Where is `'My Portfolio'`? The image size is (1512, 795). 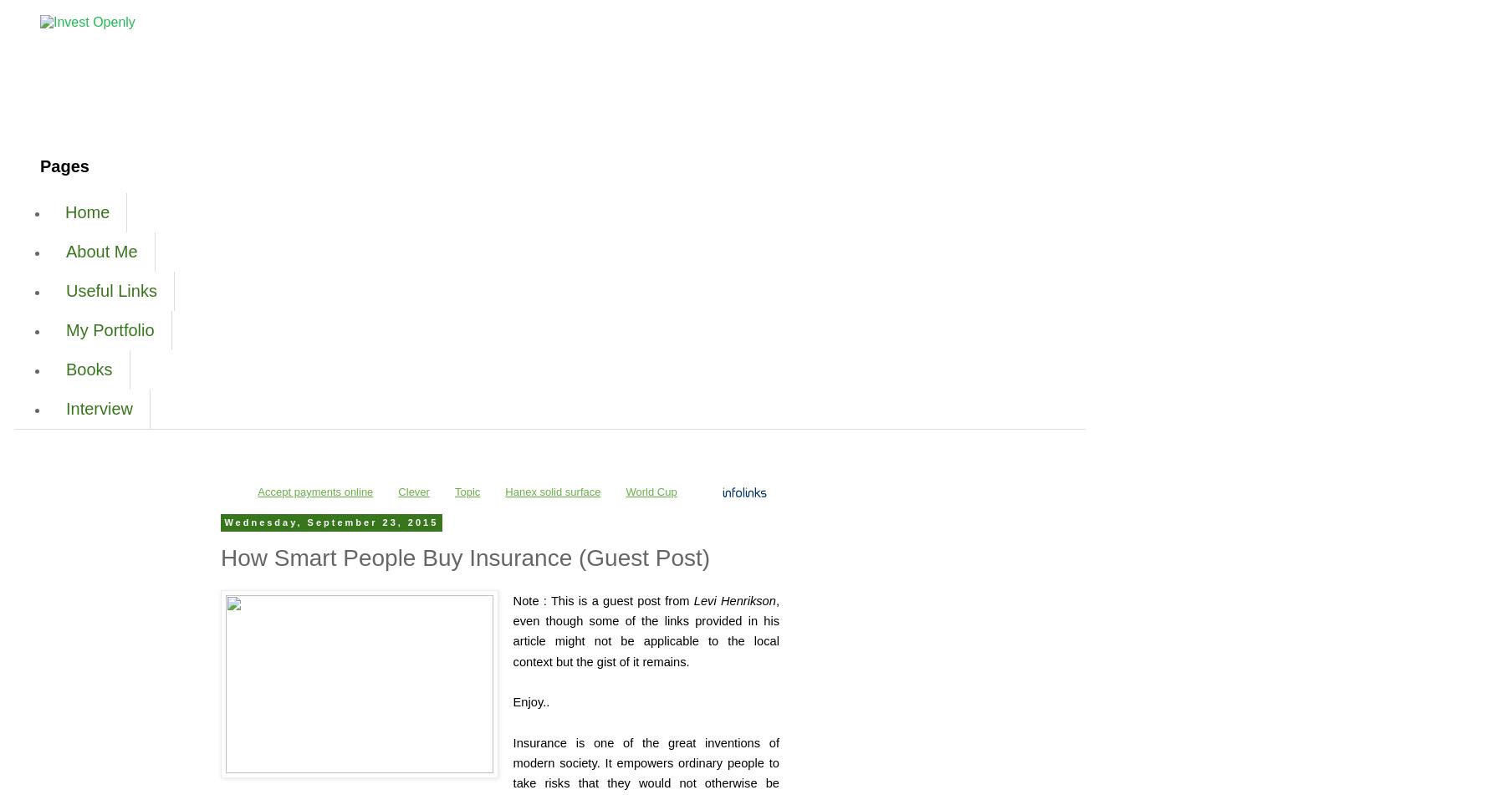 'My Portfolio' is located at coordinates (109, 330).